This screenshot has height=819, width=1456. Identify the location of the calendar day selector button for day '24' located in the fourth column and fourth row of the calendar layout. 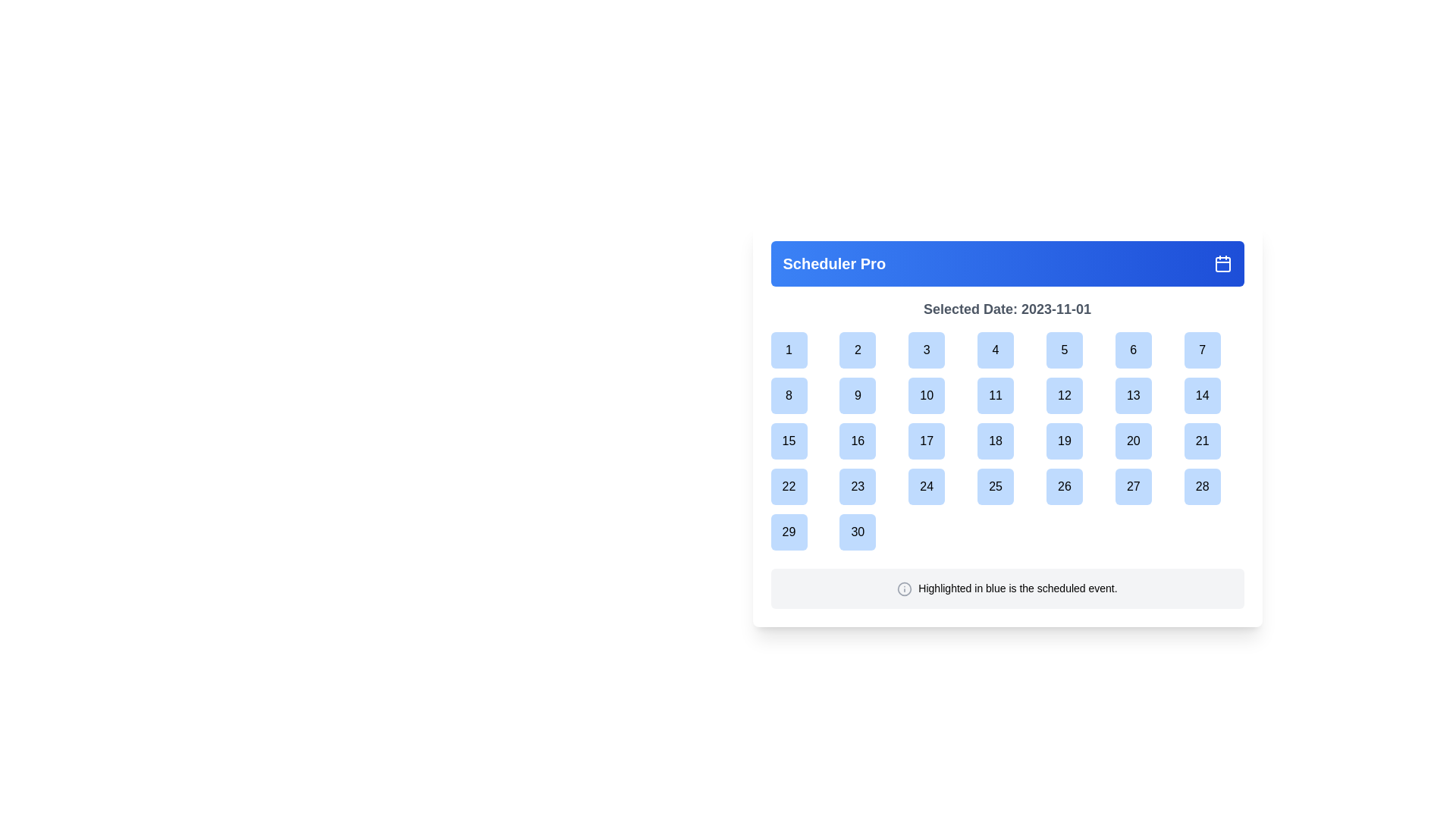
(926, 486).